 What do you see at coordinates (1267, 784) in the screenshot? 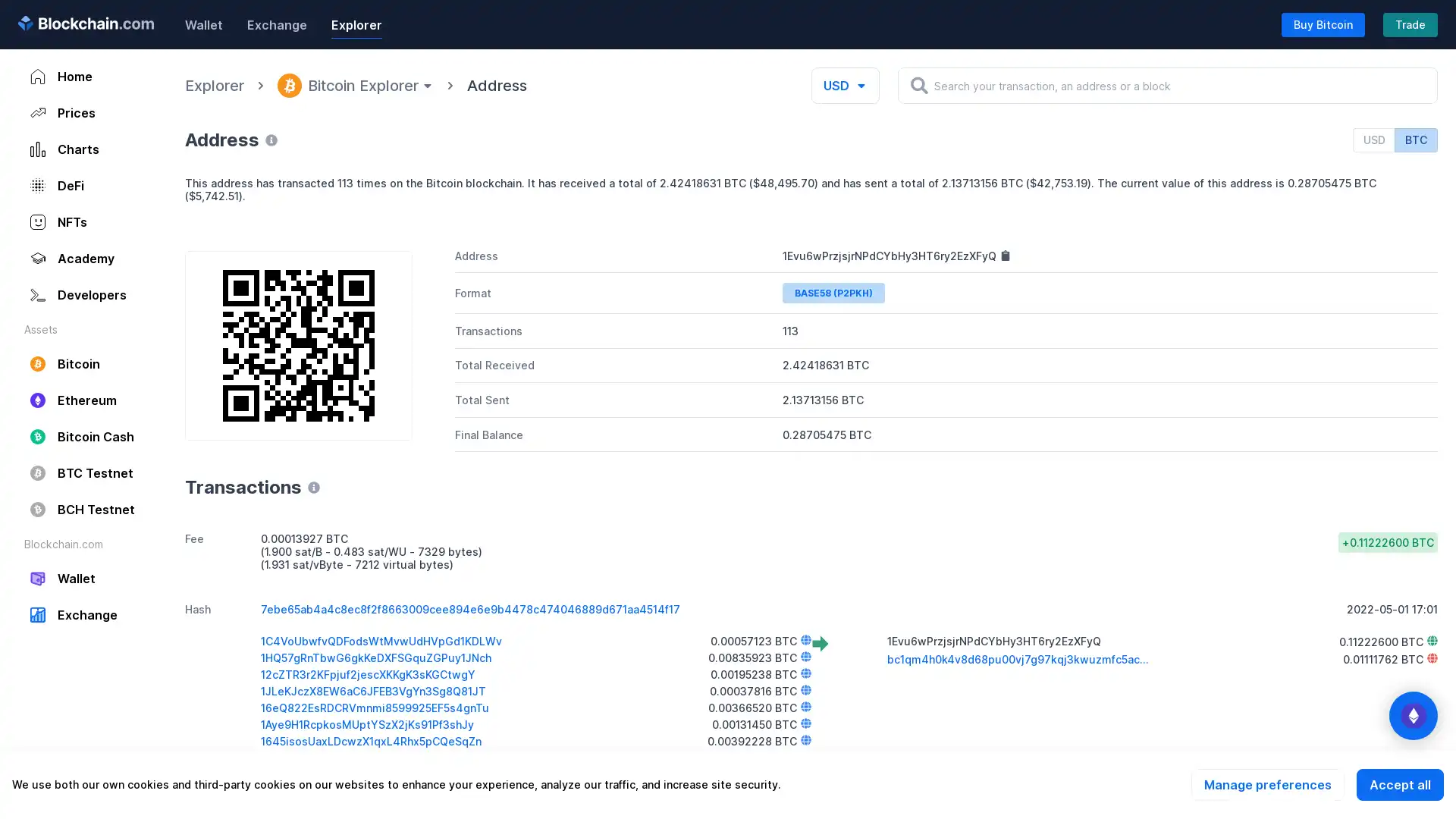
I see `Manage preferences` at bounding box center [1267, 784].